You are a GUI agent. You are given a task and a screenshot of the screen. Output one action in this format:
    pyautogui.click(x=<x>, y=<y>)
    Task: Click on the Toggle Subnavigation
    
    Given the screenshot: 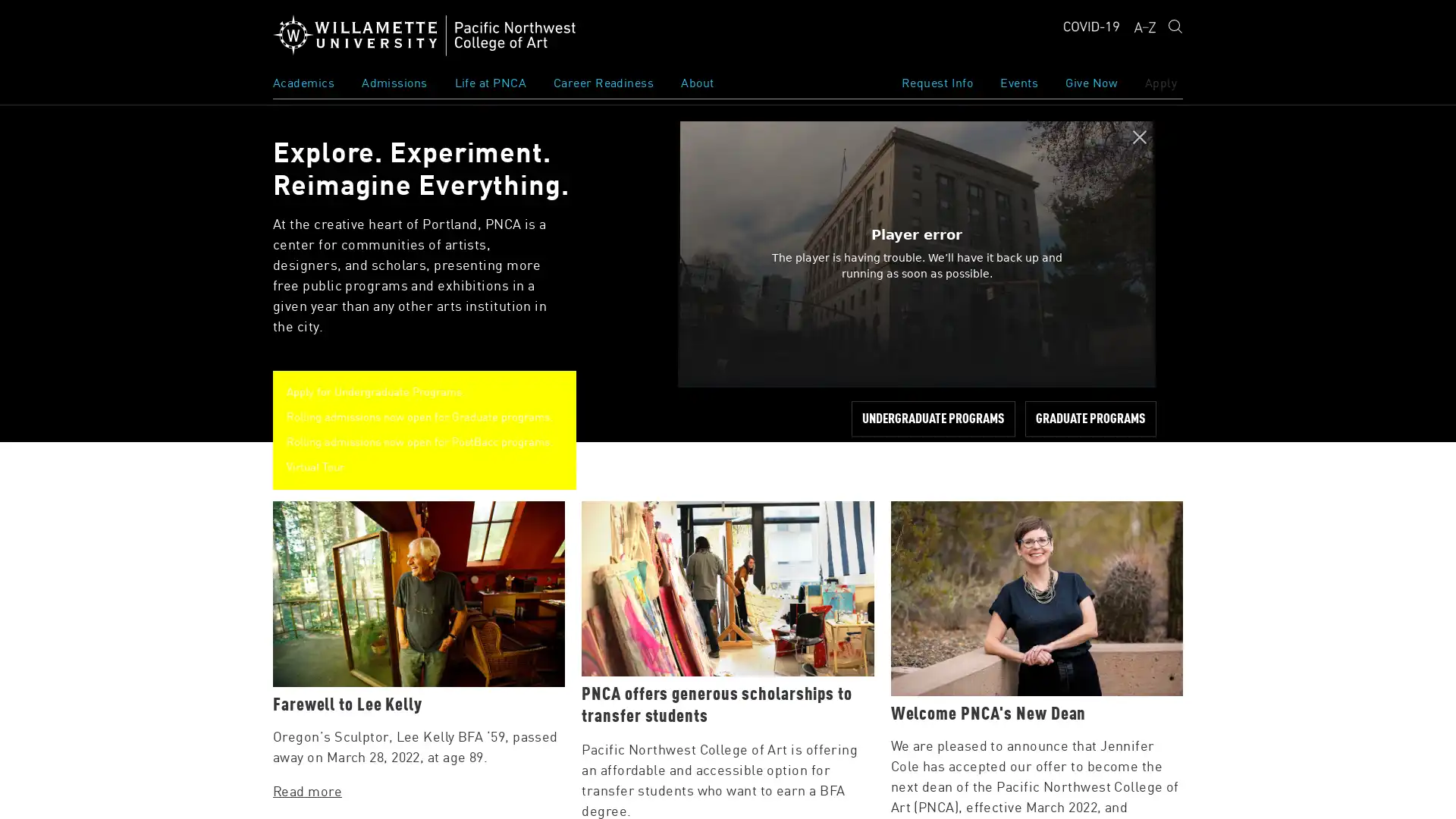 What is the action you would take?
    pyautogui.click(x=394, y=85)
    